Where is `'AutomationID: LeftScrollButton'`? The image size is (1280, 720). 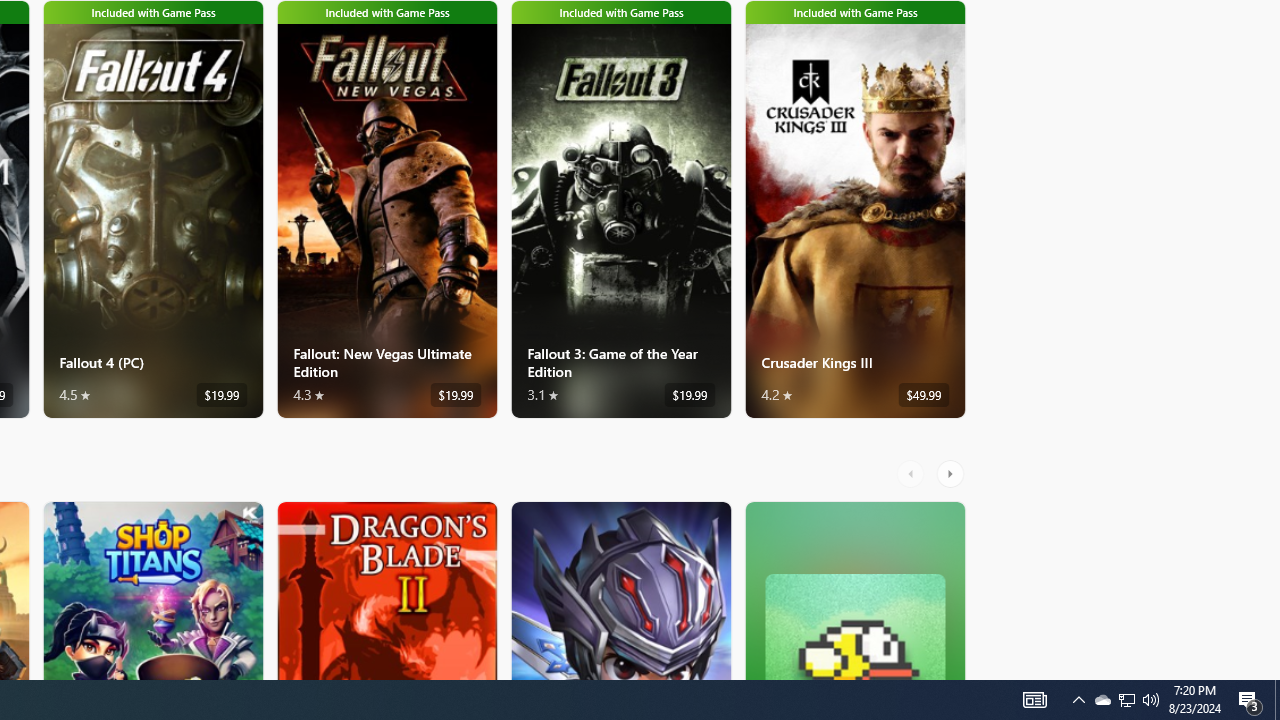 'AutomationID: LeftScrollButton' is located at coordinates (912, 473).